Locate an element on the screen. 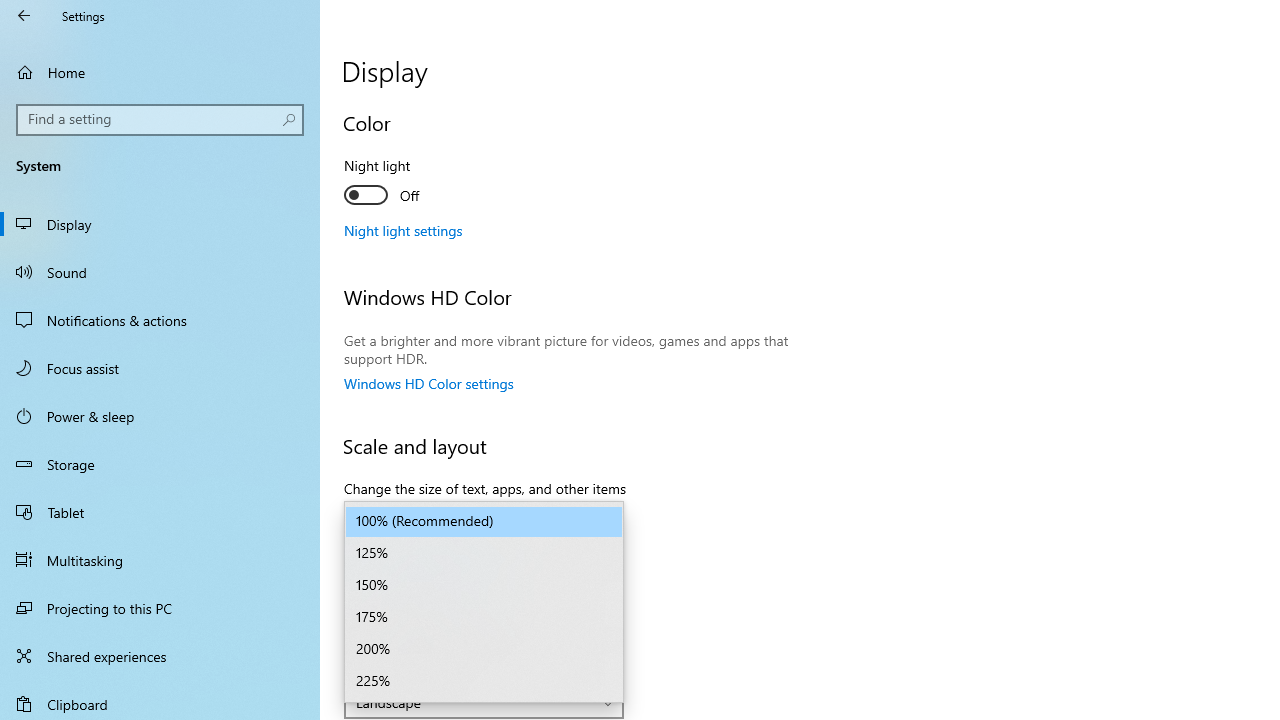 The width and height of the screenshot is (1280, 720). '200%' is located at coordinates (484, 650).